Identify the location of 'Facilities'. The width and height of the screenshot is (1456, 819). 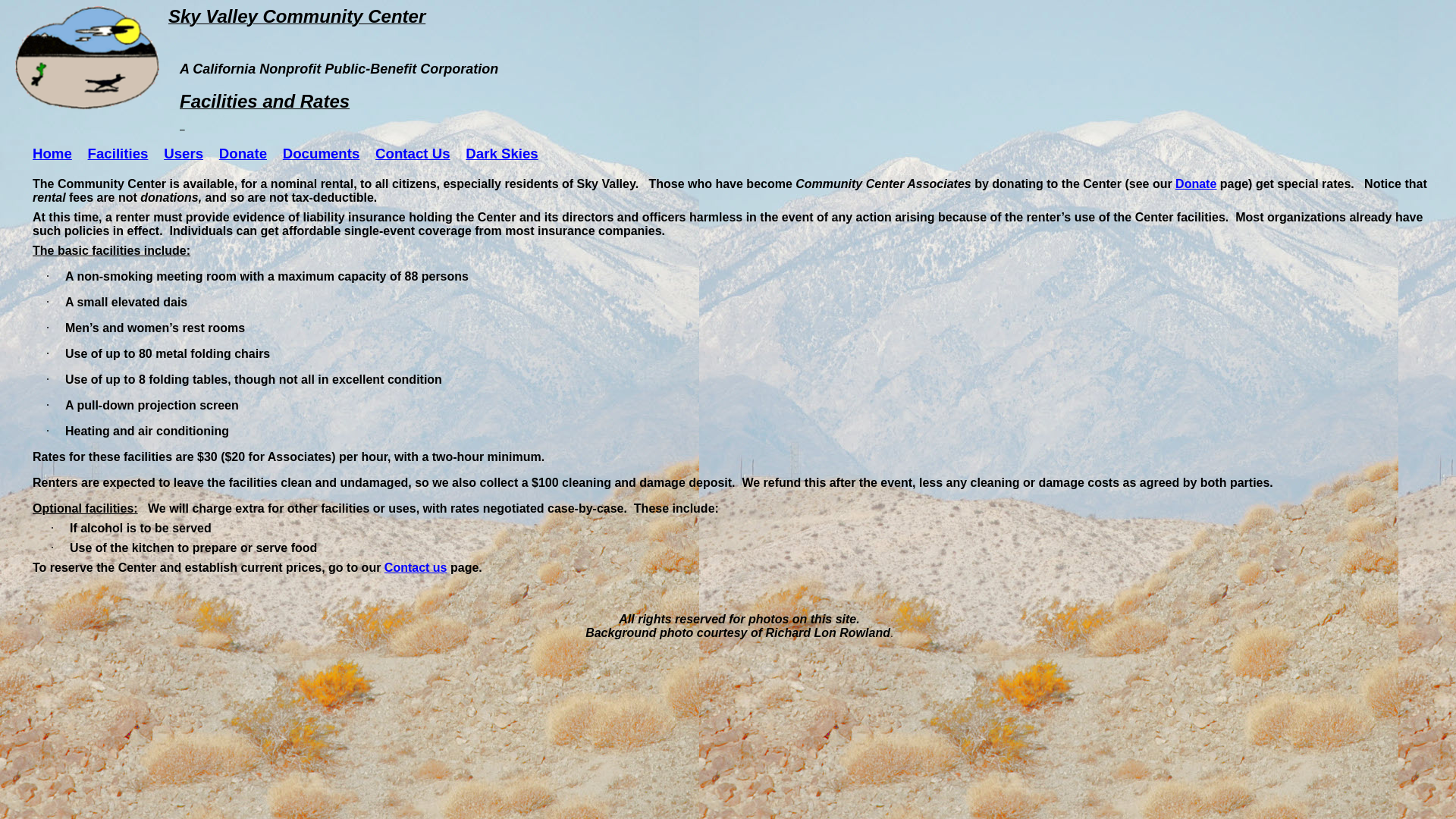
(118, 153).